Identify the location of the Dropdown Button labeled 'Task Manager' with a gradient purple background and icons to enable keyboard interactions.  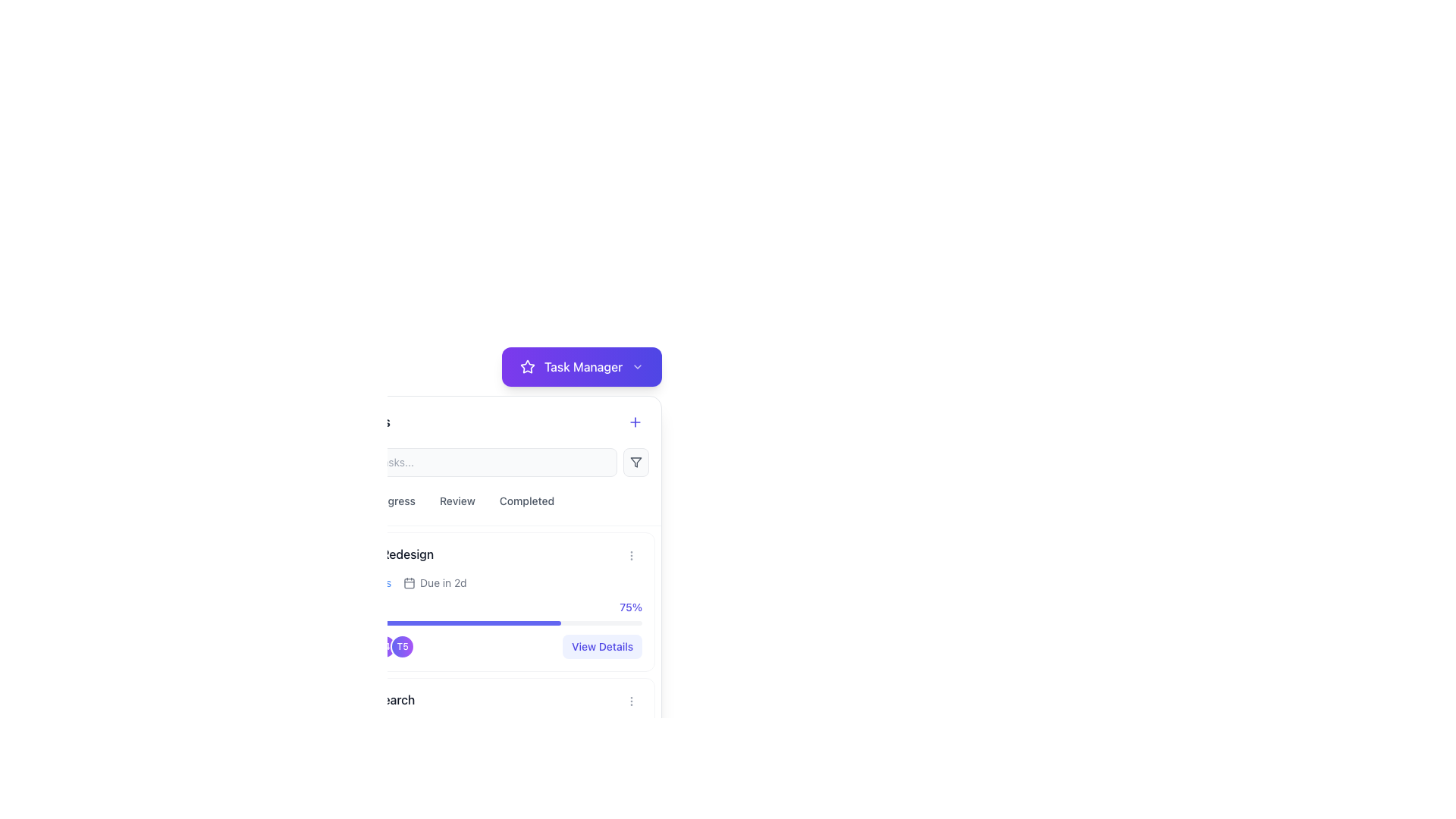
(581, 366).